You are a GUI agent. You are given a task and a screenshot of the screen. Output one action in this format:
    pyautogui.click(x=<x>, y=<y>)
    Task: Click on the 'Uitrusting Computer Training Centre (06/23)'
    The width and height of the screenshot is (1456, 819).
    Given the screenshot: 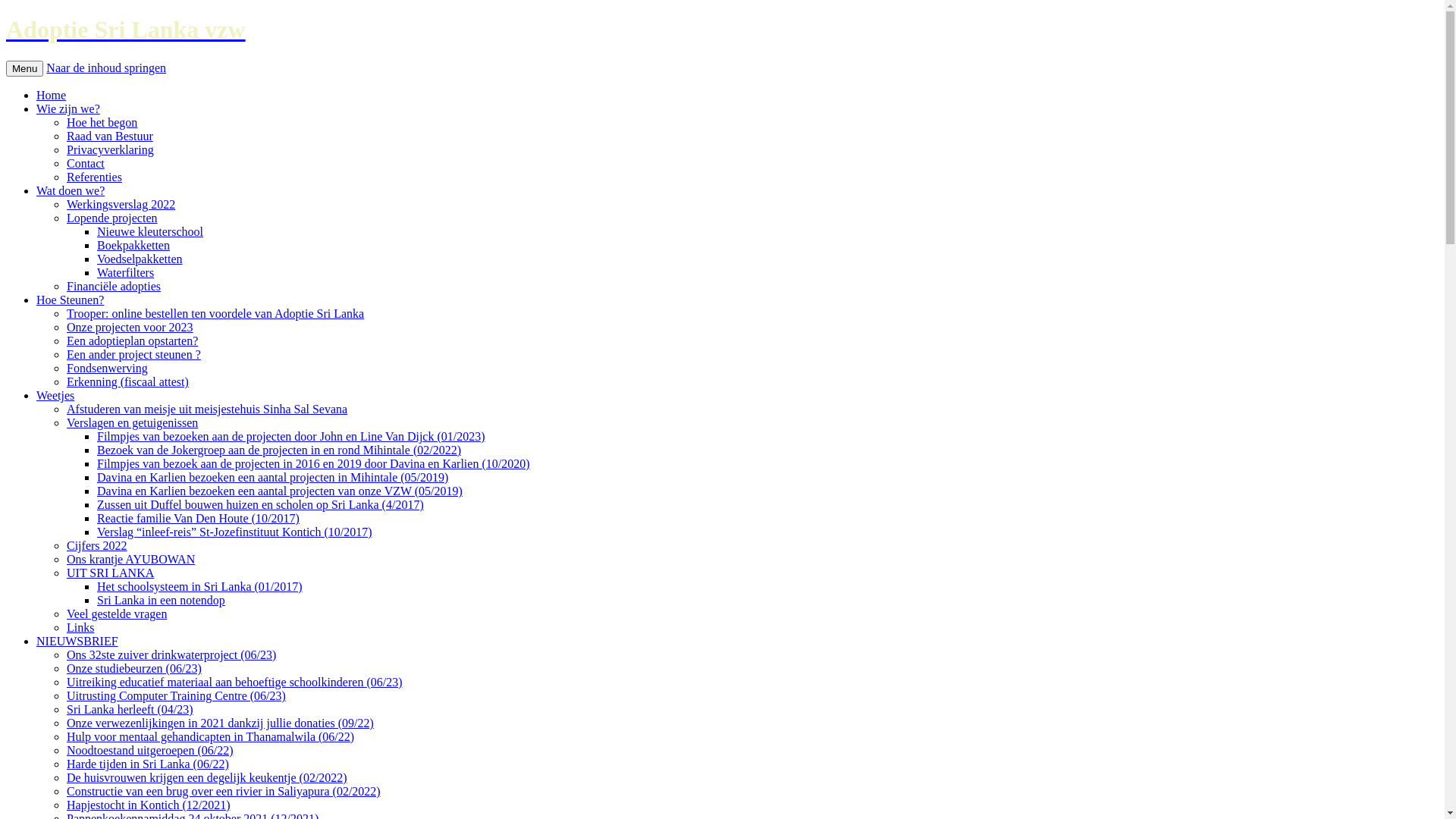 What is the action you would take?
    pyautogui.click(x=176, y=695)
    